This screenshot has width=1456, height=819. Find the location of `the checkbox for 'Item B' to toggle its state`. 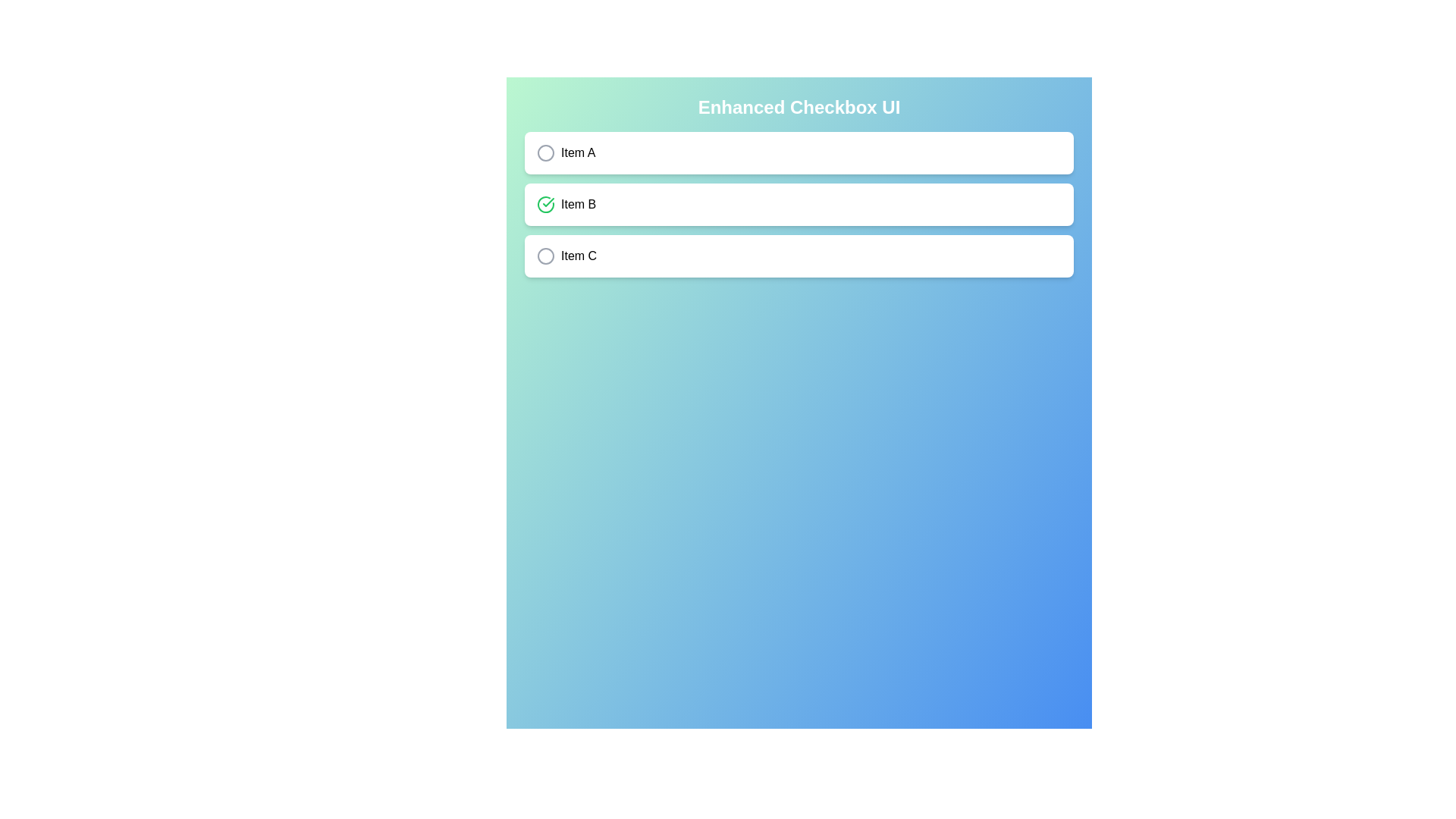

the checkbox for 'Item B' to toggle its state is located at coordinates (546, 205).